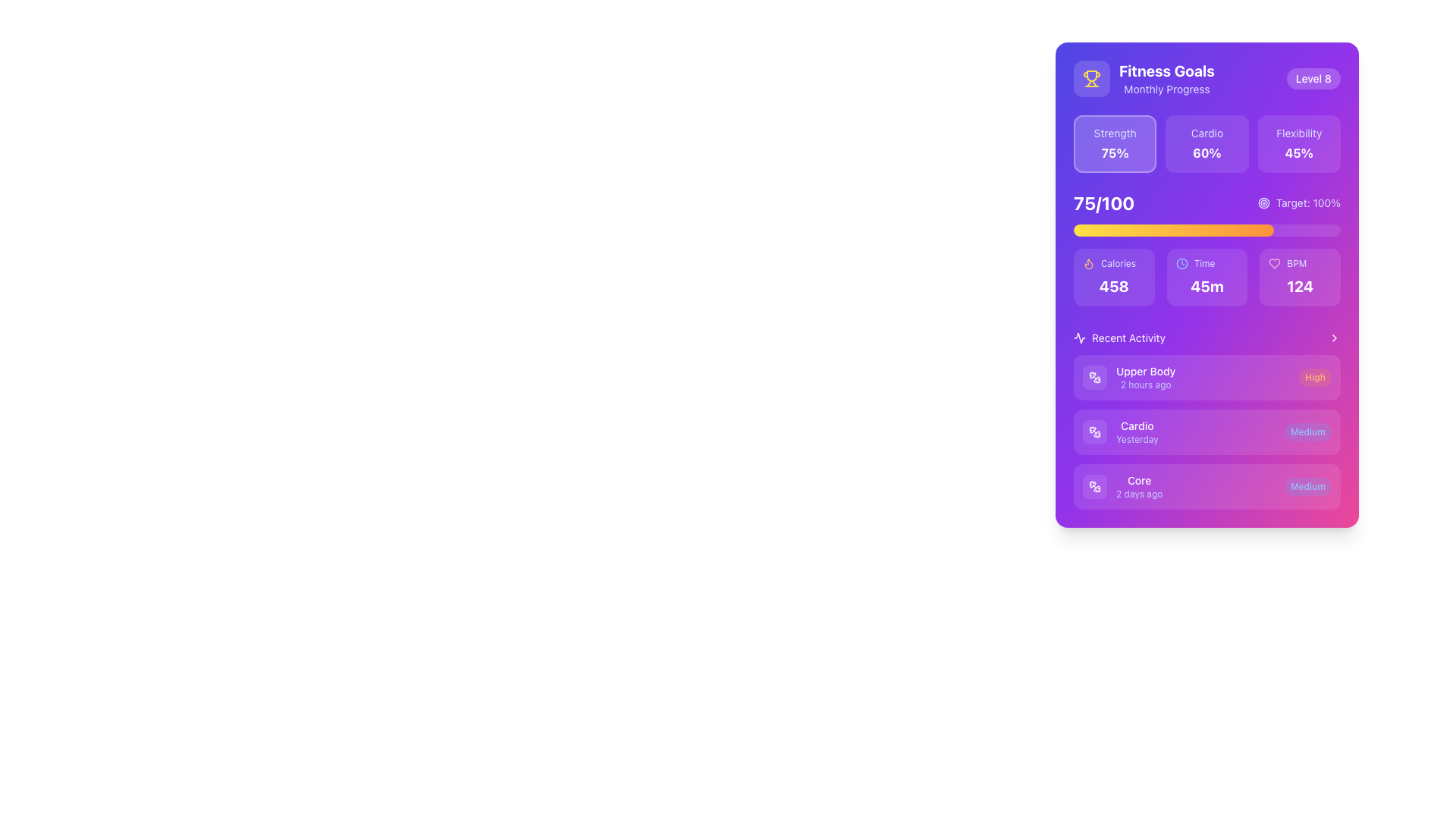  I want to click on the 'Flexibility' performance metric card located in the 'Fitness Goals' section to view additional details, so click(1298, 143).